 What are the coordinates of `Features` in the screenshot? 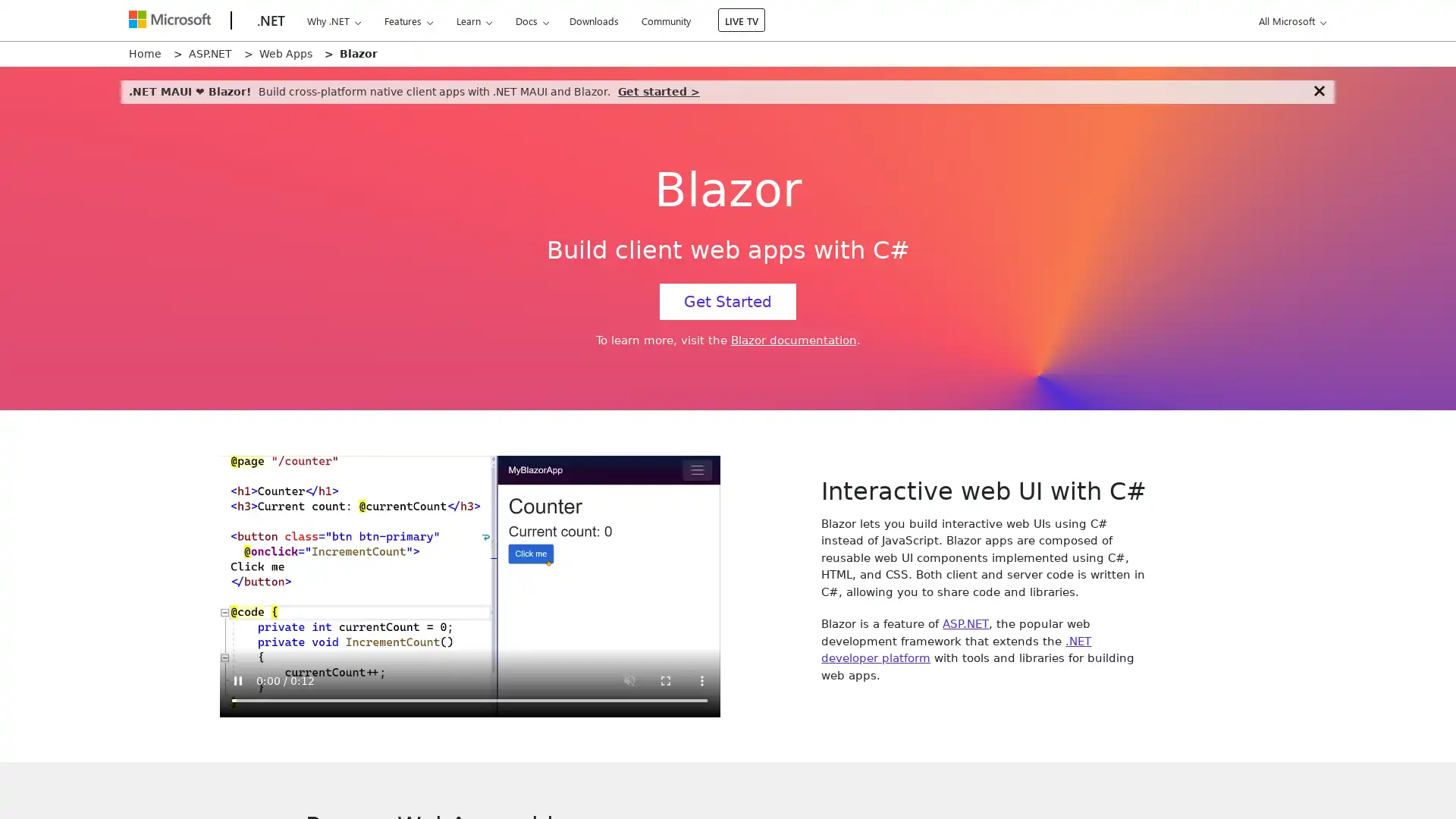 It's located at (408, 20).